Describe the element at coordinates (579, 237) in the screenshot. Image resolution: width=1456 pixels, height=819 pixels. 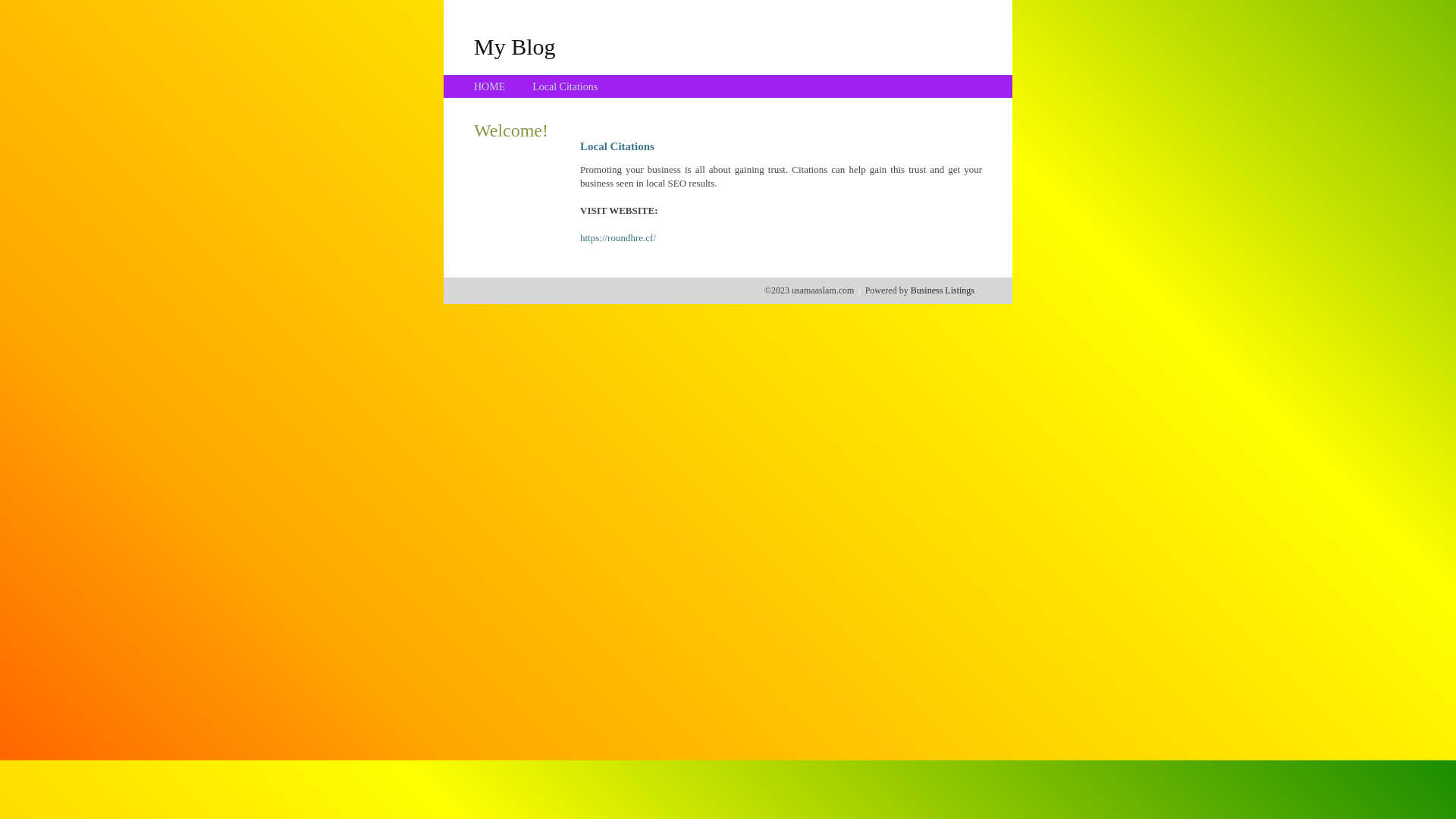
I see `'https://roundhre.cf/'` at that location.